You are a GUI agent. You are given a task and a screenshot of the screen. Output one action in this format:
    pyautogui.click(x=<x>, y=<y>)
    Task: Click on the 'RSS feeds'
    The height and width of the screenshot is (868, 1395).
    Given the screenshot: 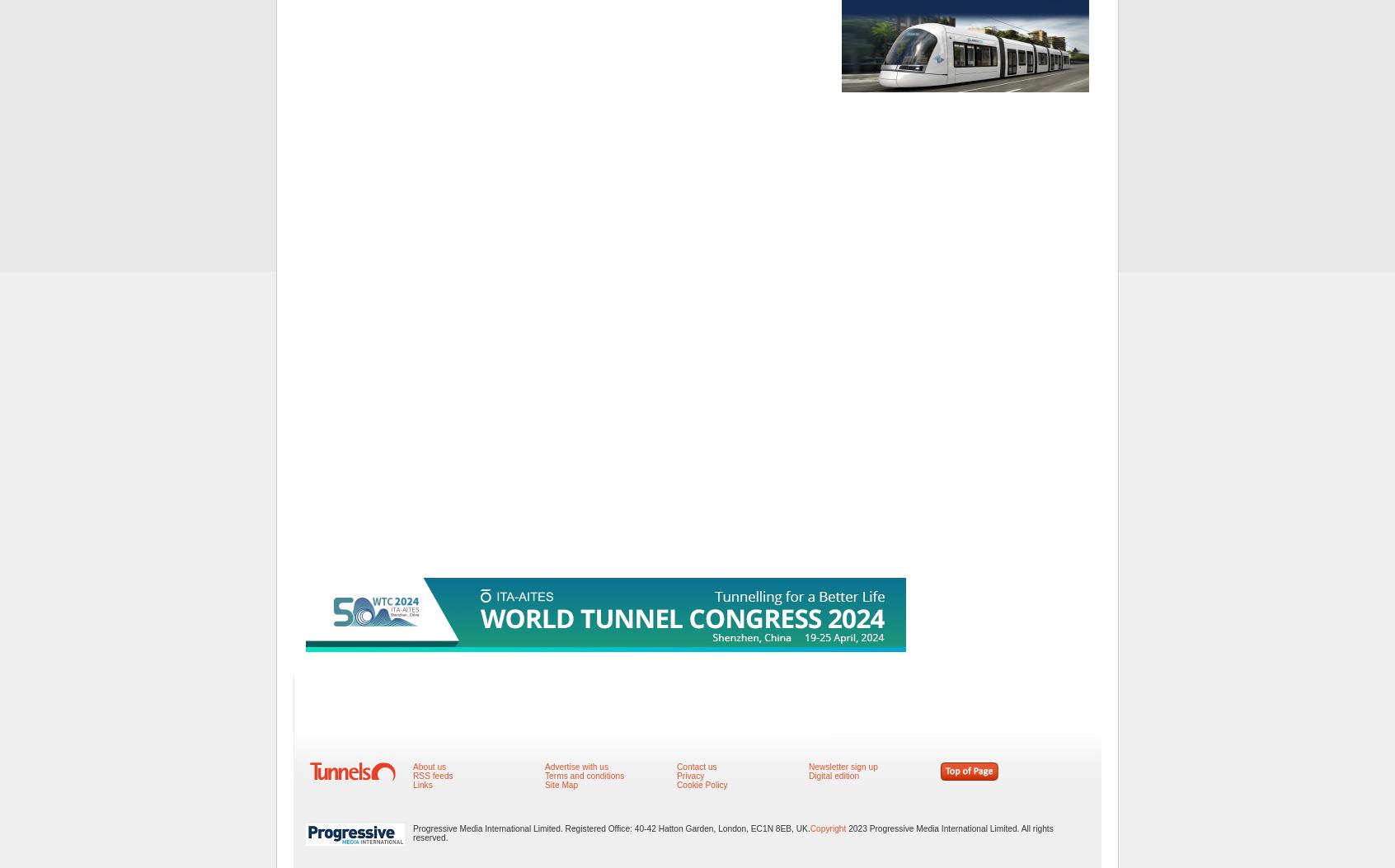 What is the action you would take?
    pyautogui.click(x=433, y=775)
    